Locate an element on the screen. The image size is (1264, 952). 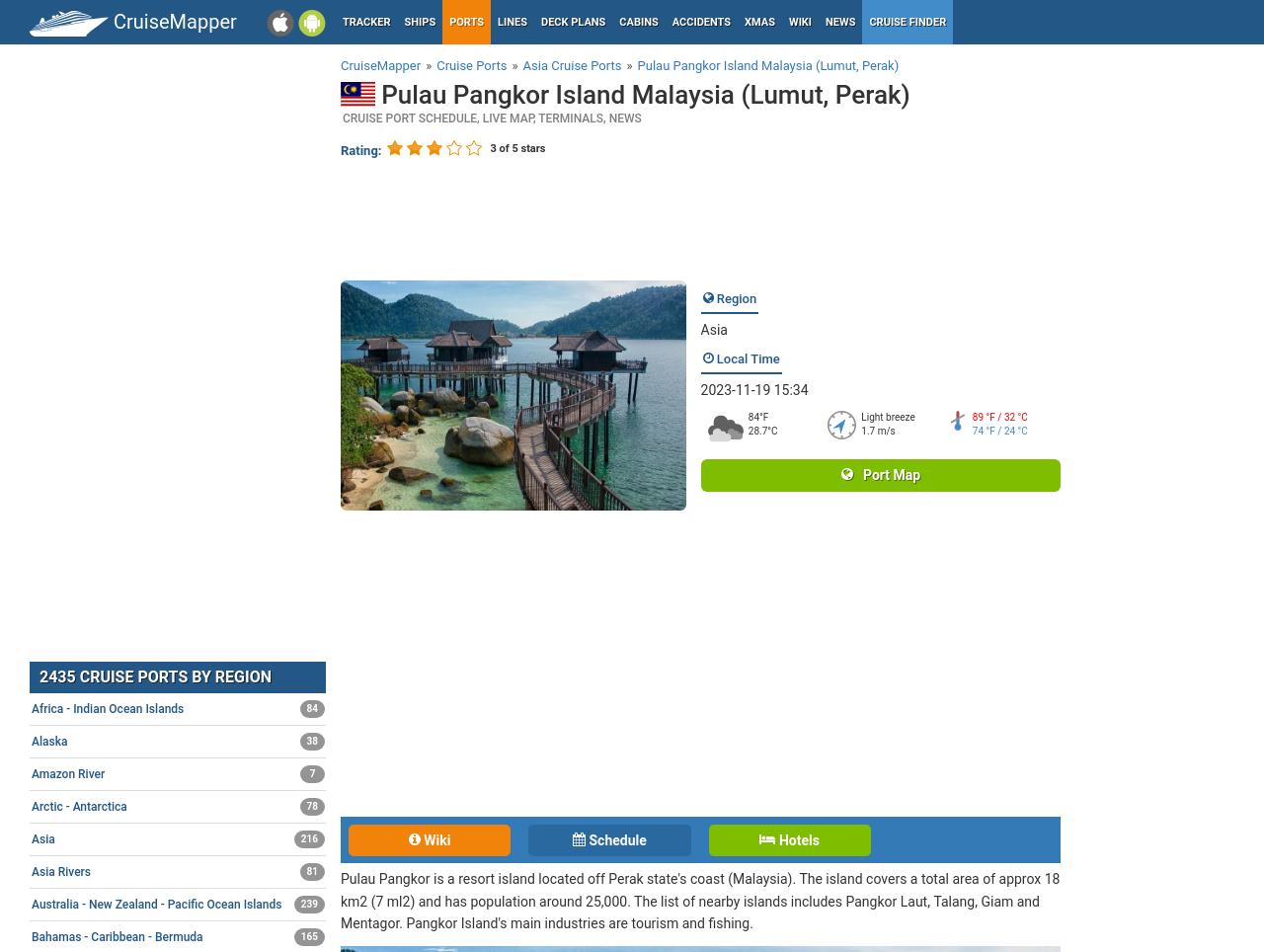
'84°F' is located at coordinates (756, 416).